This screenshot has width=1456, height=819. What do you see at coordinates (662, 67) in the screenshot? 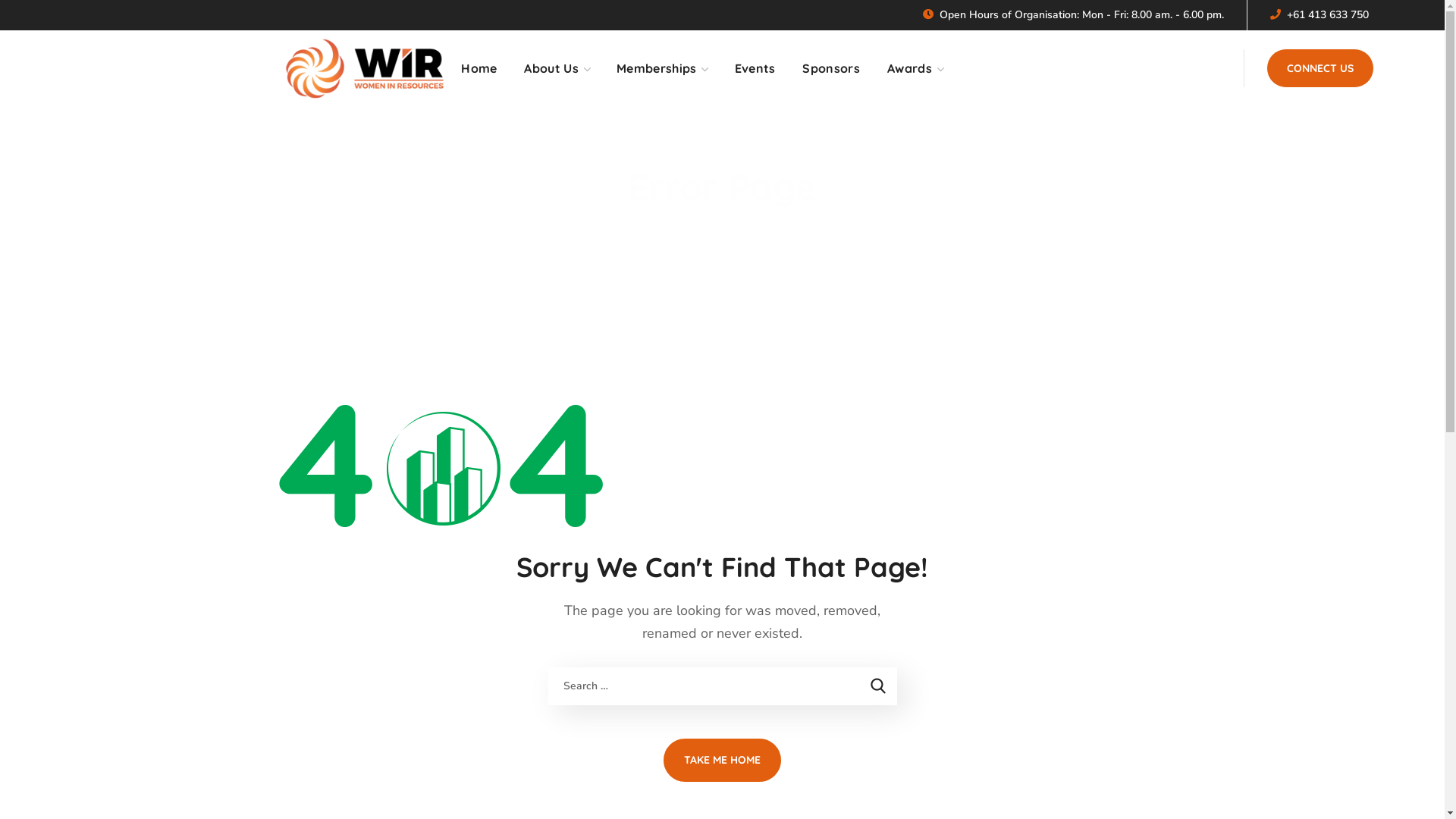
I see `'Memberships'` at bounding box center [662, 67].